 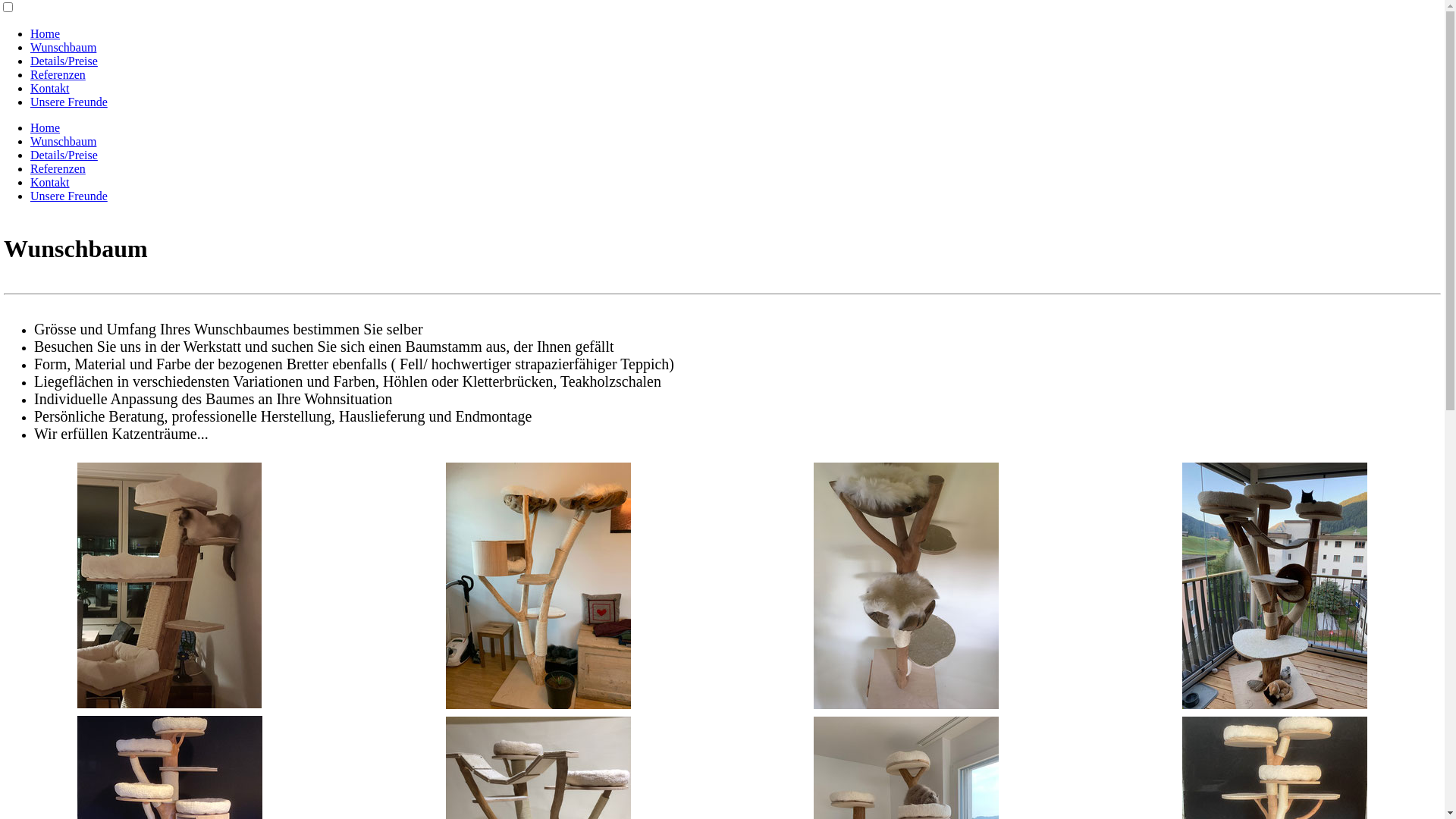 I want to click on 'Wunschbaum', so click(x=62, y=46).